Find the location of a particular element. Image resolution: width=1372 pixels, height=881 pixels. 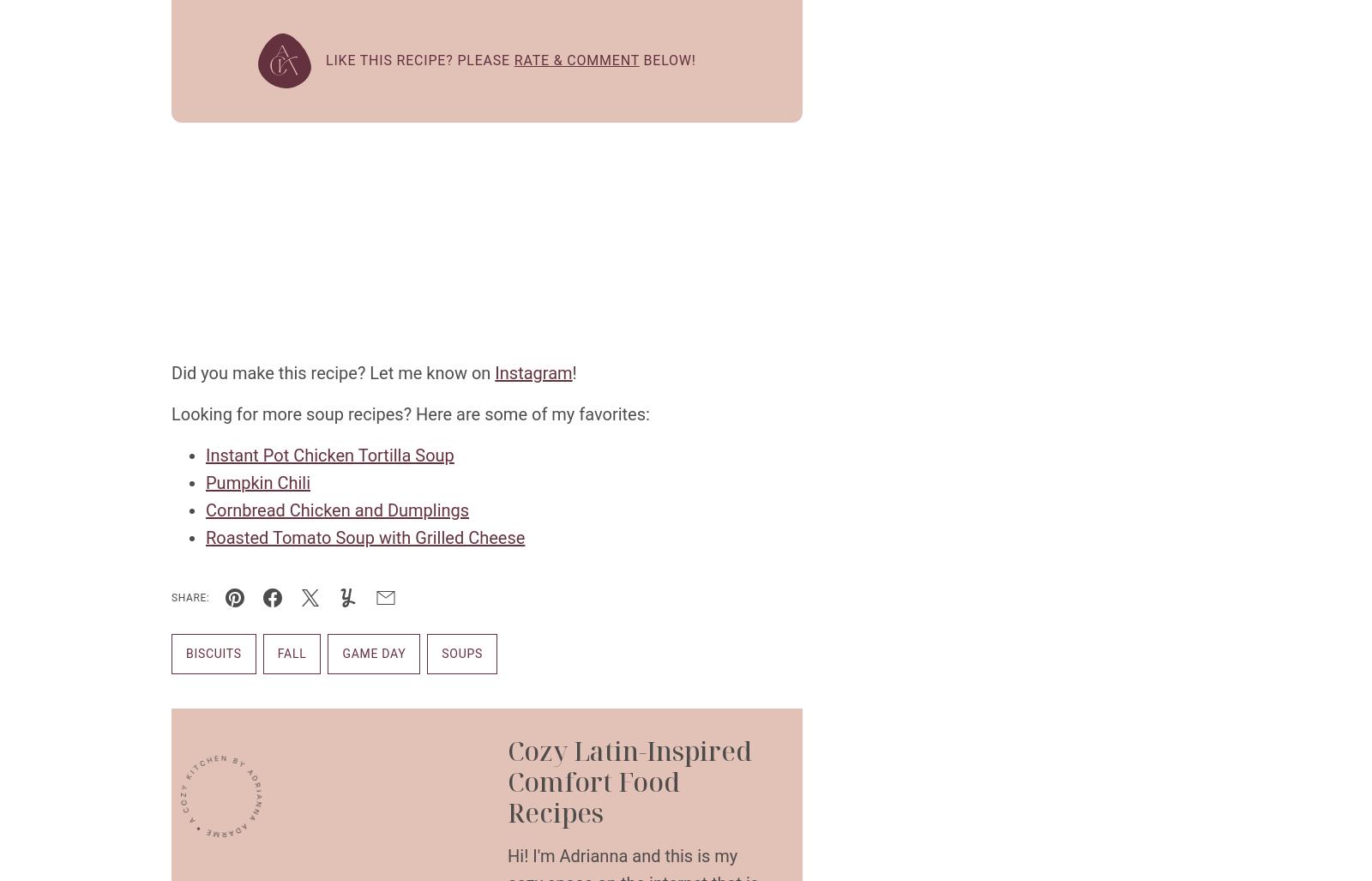

'Like this Recipe? Please' is located at coordinates (326, 59).